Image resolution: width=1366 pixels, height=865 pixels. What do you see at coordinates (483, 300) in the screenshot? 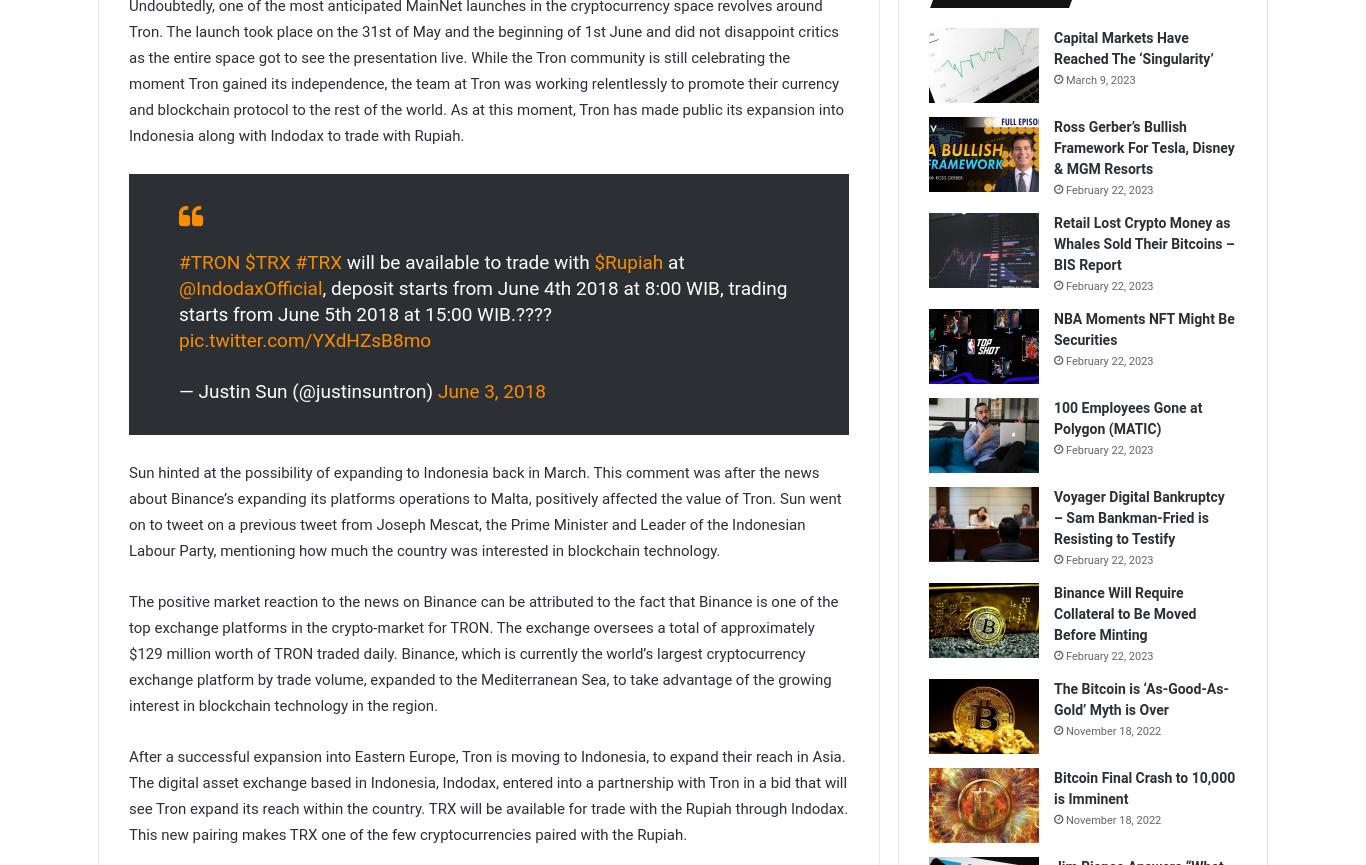
I see `', deposit starts from June 4th 2018 at 8:00 WIB, trading starts from June 5th 2018 at 15:00 WIB.????'` at bounding box center [483, 300].